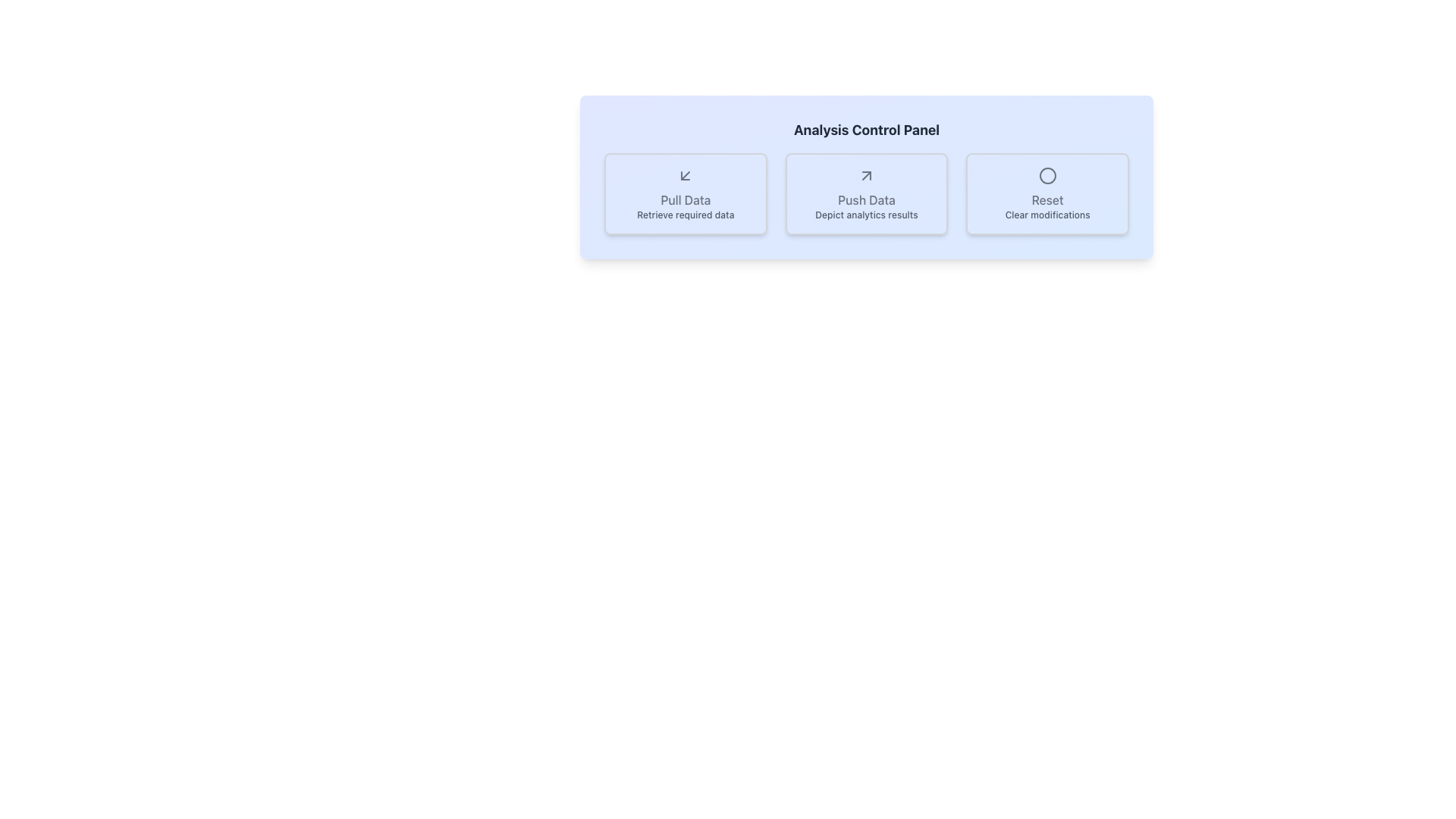  I want to click on the text label that says 'Clear modifications', which is styled in a smaller gray font and located at the bottom of the 'Reset' box, so click(1046, 215).